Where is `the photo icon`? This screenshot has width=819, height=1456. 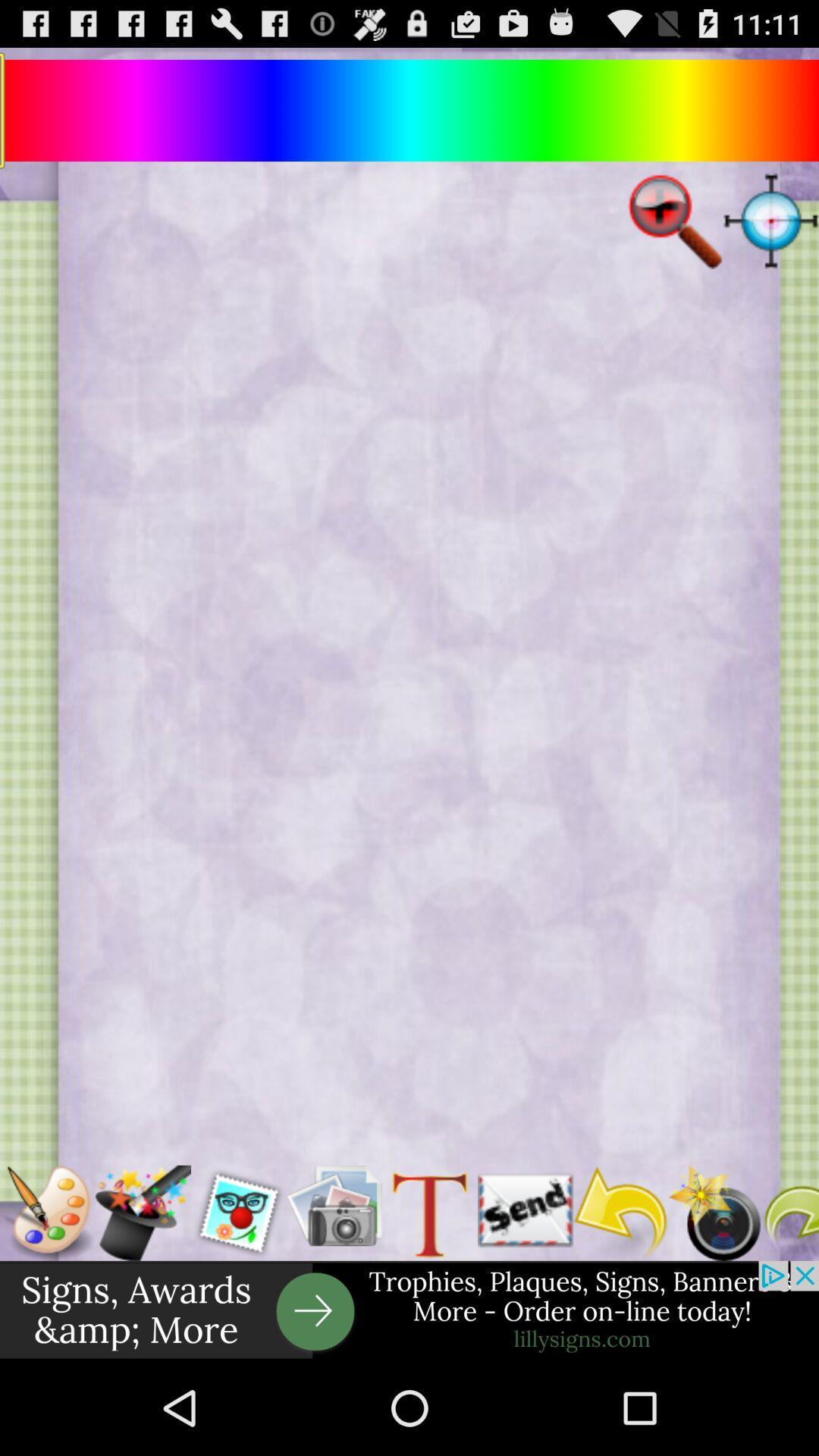 the photo icon is located at coordinates (333, 1289).